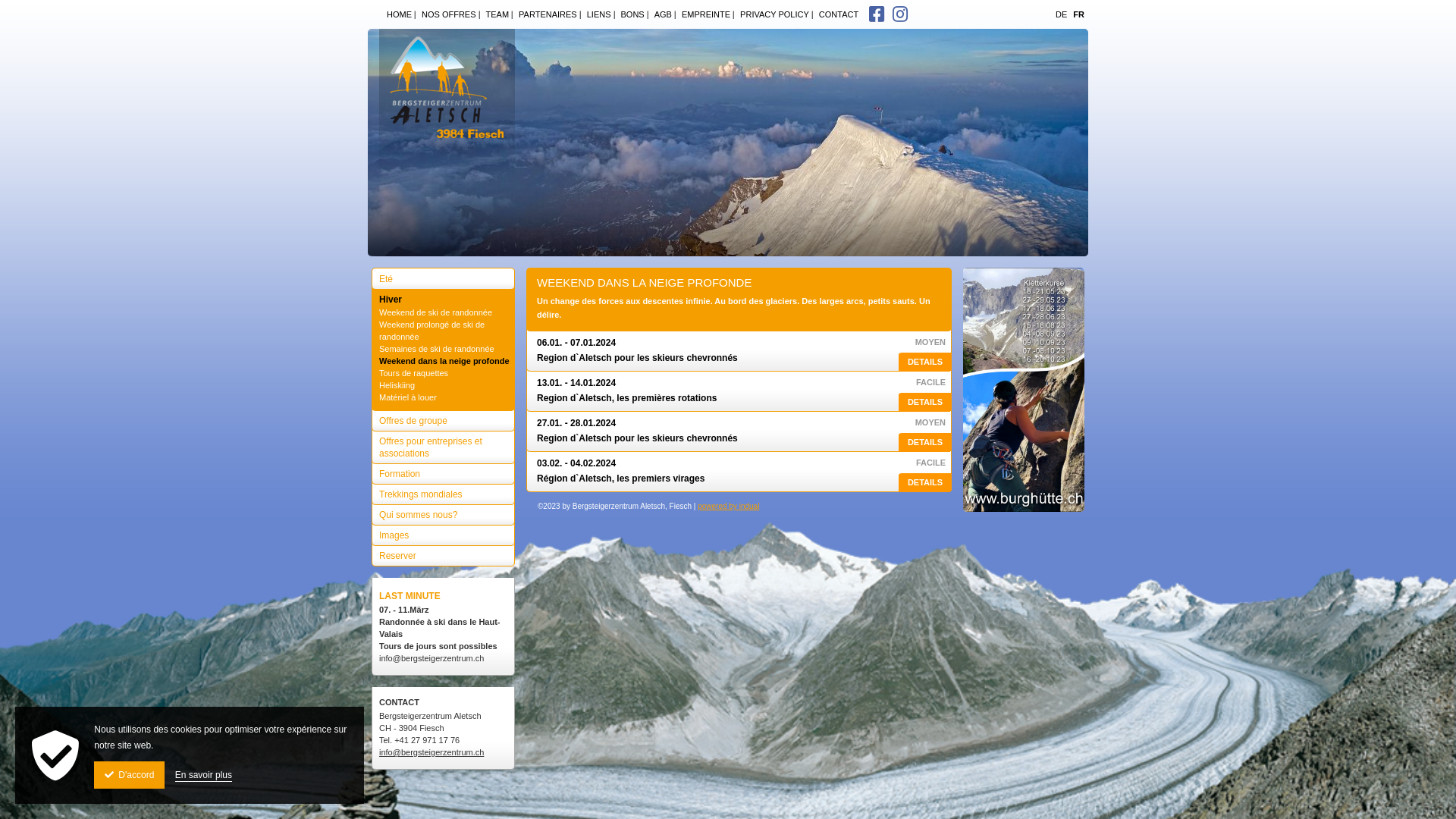  Describe the element at coordinates (442, 511) in the screenshot. I see `'Qui sommes nous?'` at that location.